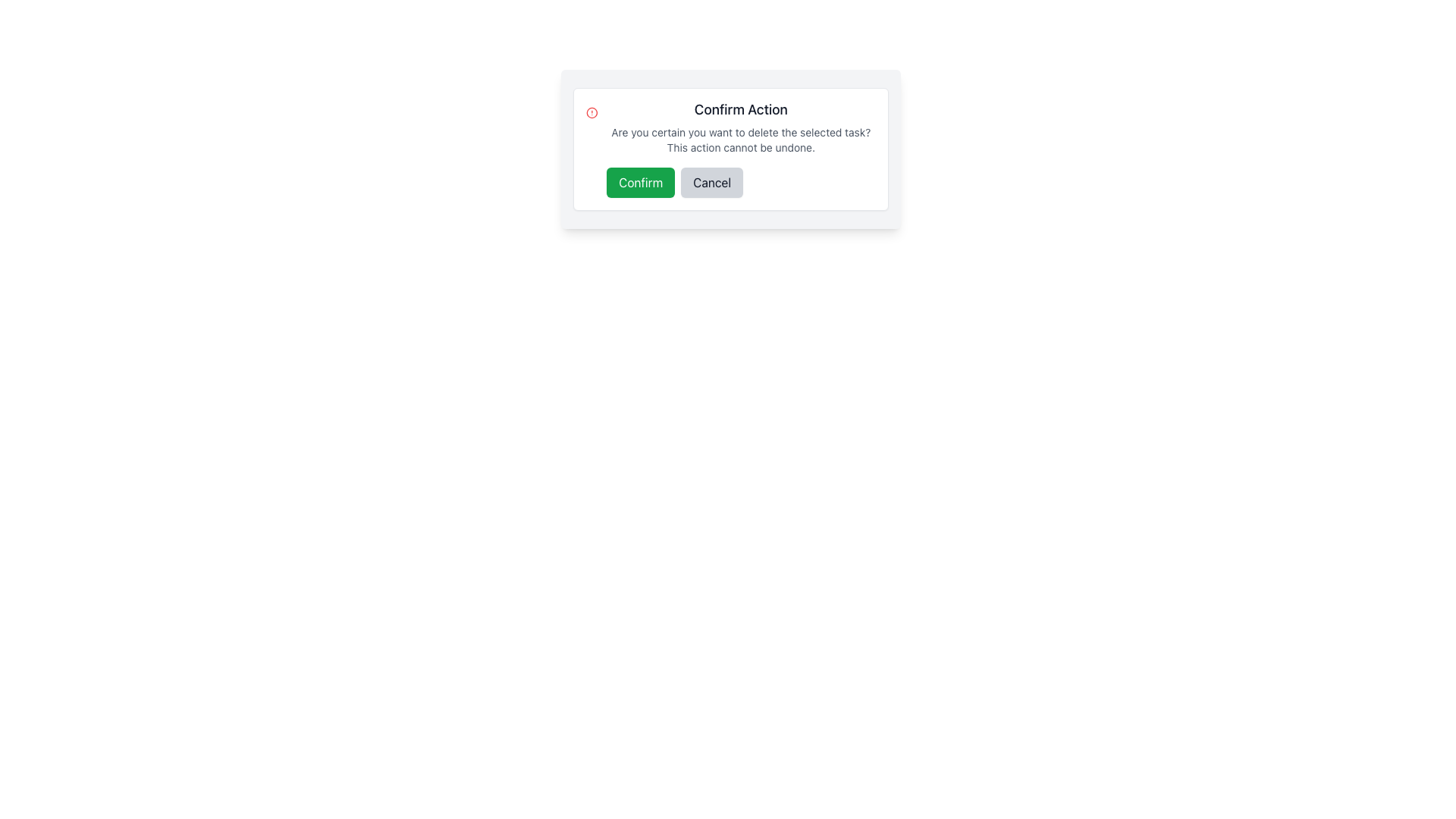  What do you see at coordinates (741, 181) in the screenshot?
I see `the 'Confirm' or 'Cancel' button in the button group within the dialog box` at bounding box center [741, 181].